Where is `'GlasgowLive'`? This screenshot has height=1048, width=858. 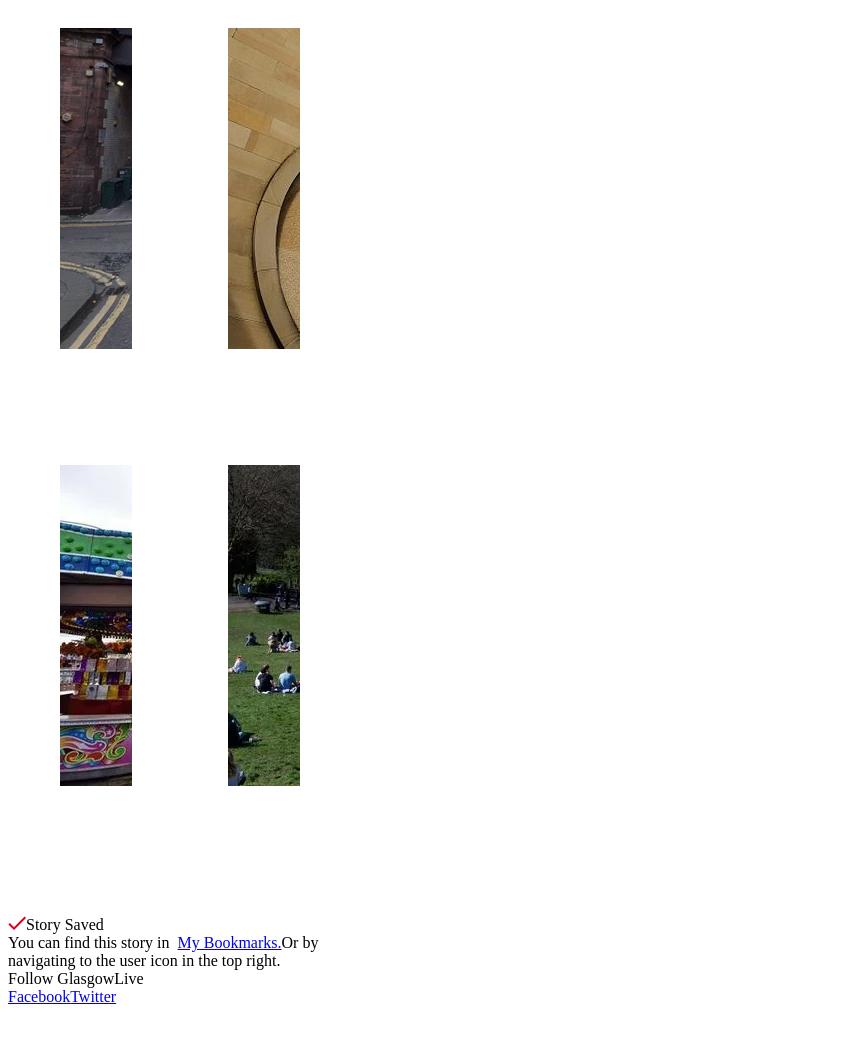 'GlasgowLive' is located at coordinates (100, 977).